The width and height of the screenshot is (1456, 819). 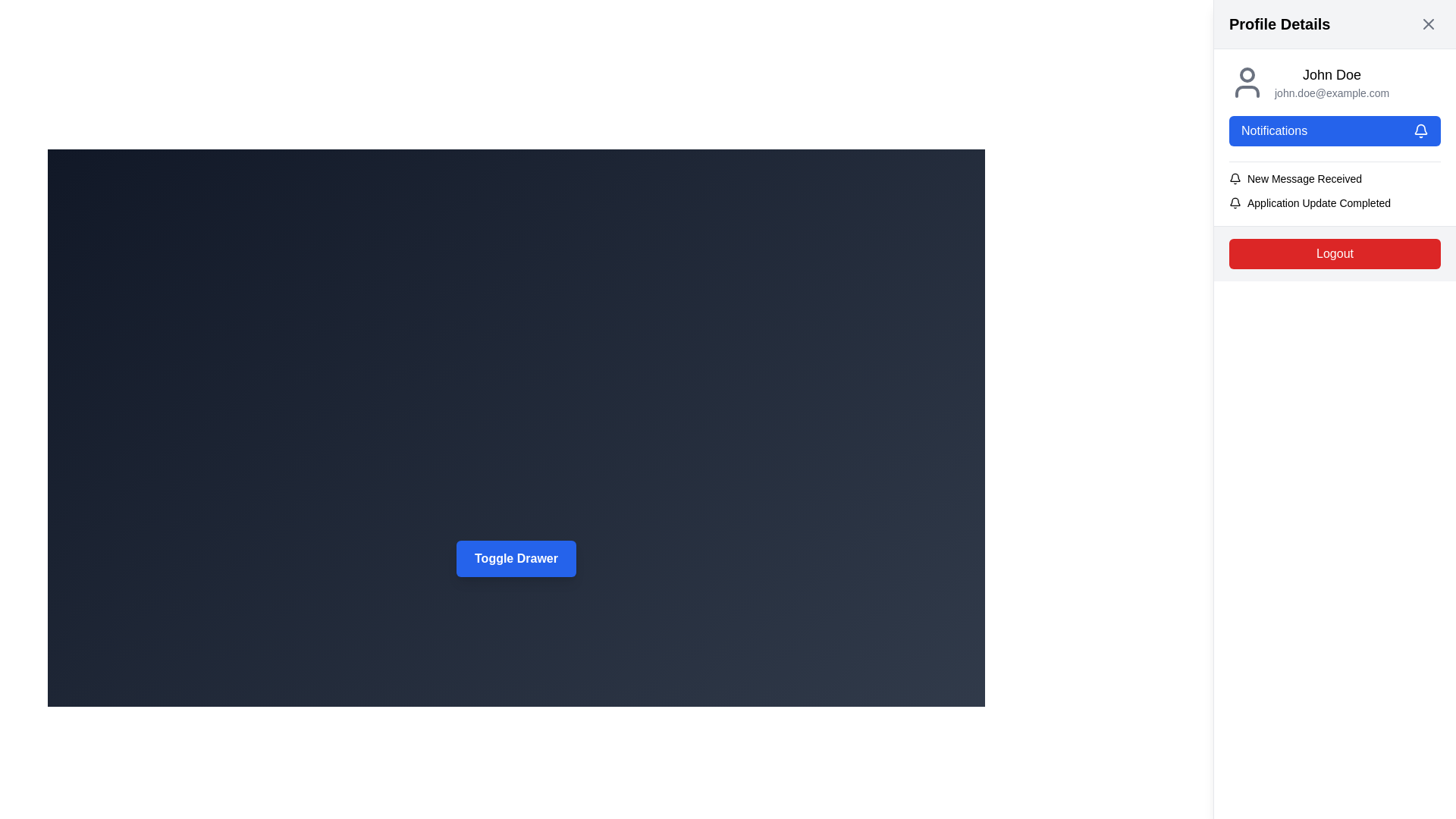 What do you see at coordinates (1335, 202) in the screenshot?
I see `text of the Notification item labeled 'Application Update Completed', which is the second element in the Notifications section` at bounding box center [1335, 202].